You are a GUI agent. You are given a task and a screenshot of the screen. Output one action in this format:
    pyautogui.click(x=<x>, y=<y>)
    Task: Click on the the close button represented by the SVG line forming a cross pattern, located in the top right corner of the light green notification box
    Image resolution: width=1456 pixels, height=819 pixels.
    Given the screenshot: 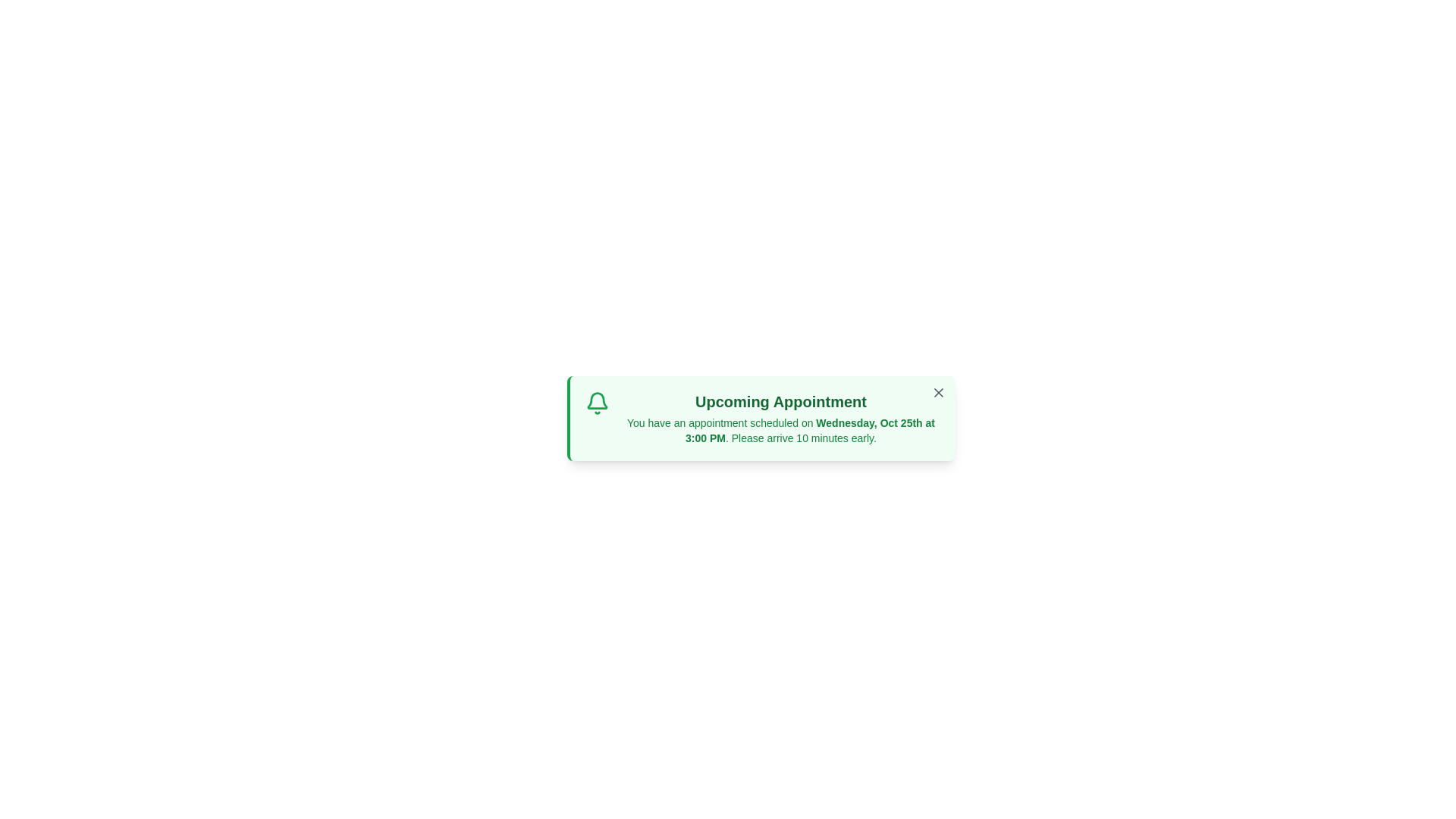 What is the action you would take?
    pyautogui.click(x=938, y=391)
    